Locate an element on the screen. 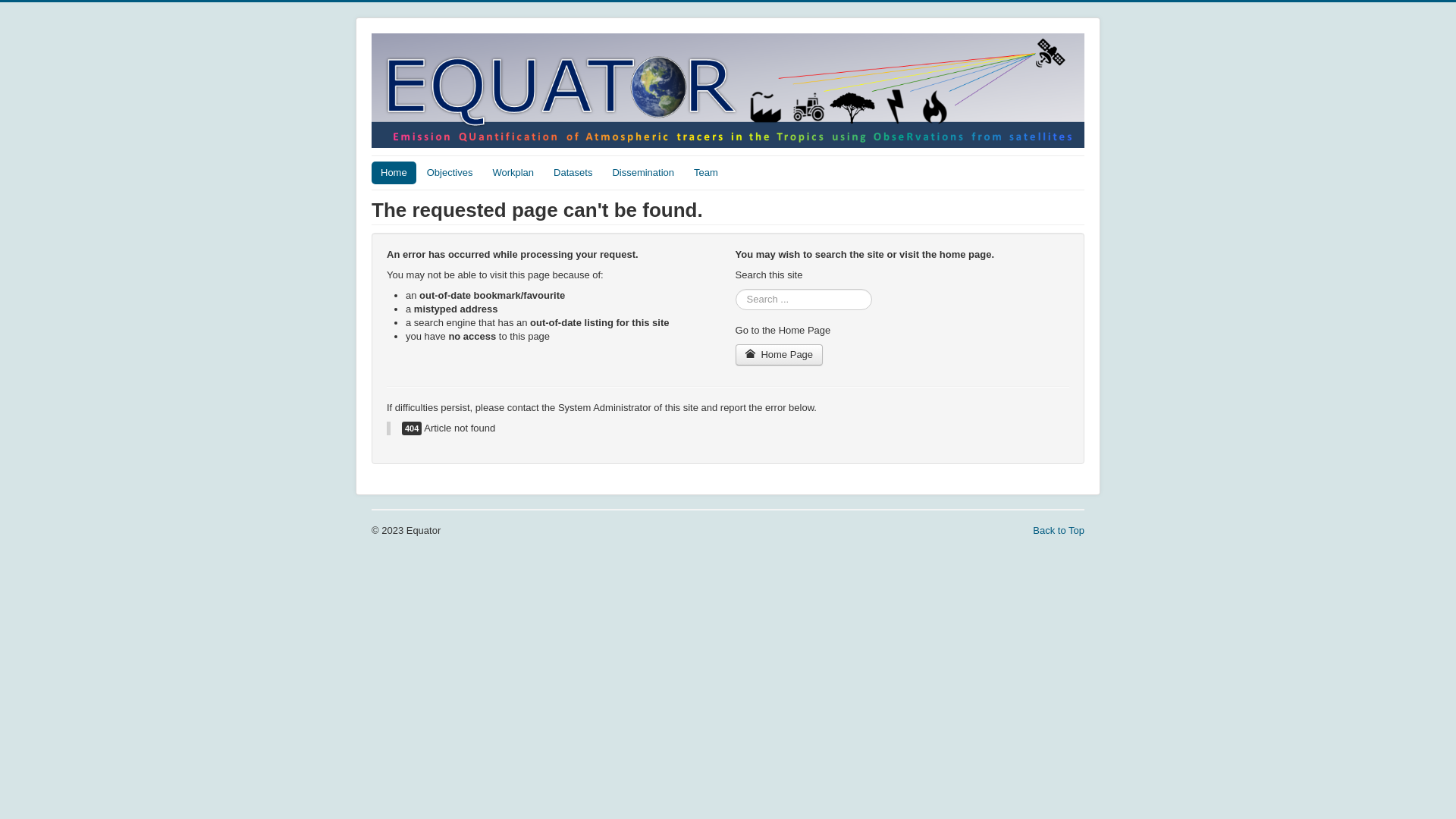 Image resolution: width=1456 pixels, height=819 pixels. 'Objectives' is located at coordinates (449, 171).